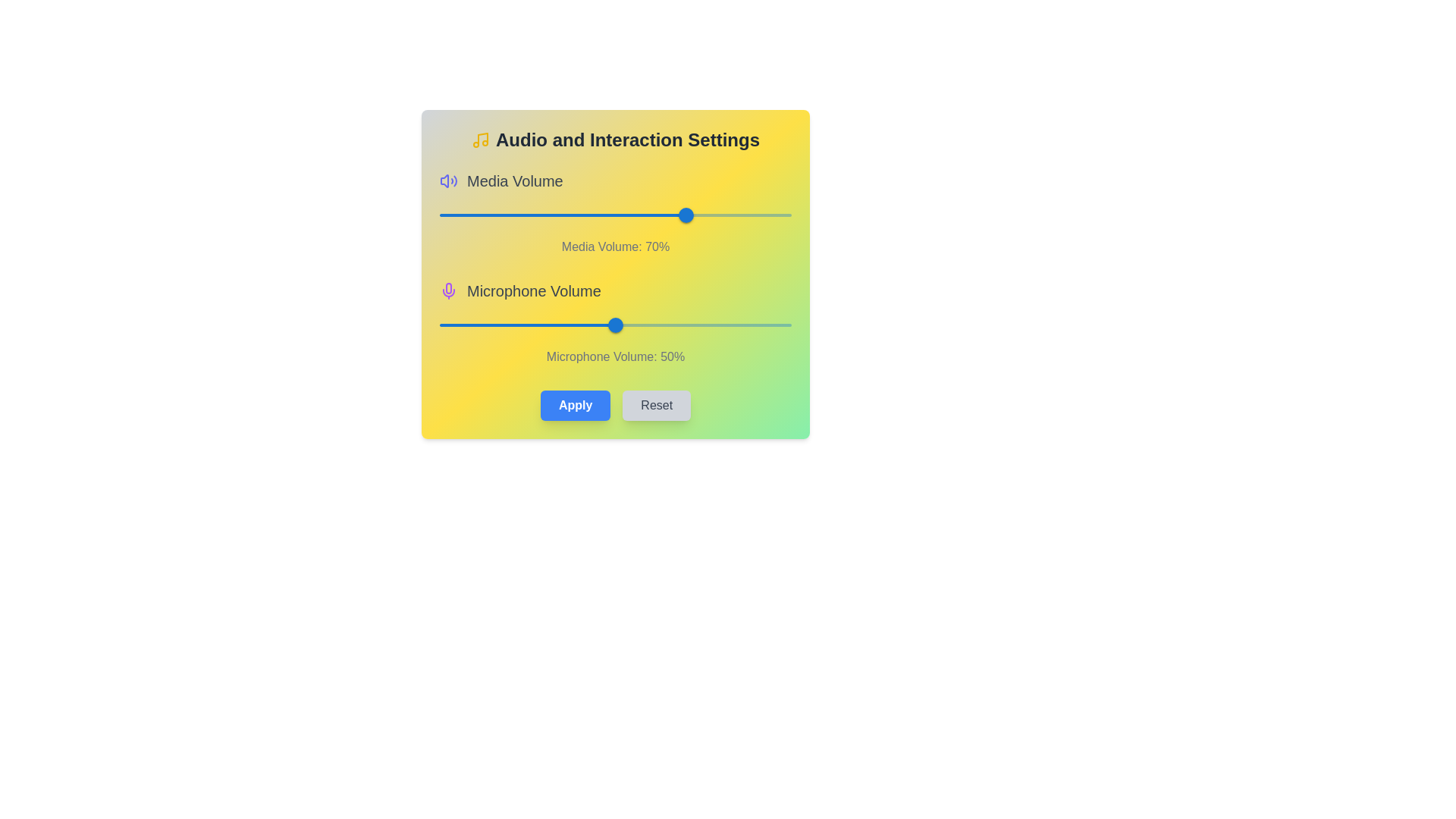  I want to click on the red slider rail of the 'Media Volume' component located in the upper section of the settings interface, so click(615, 215).